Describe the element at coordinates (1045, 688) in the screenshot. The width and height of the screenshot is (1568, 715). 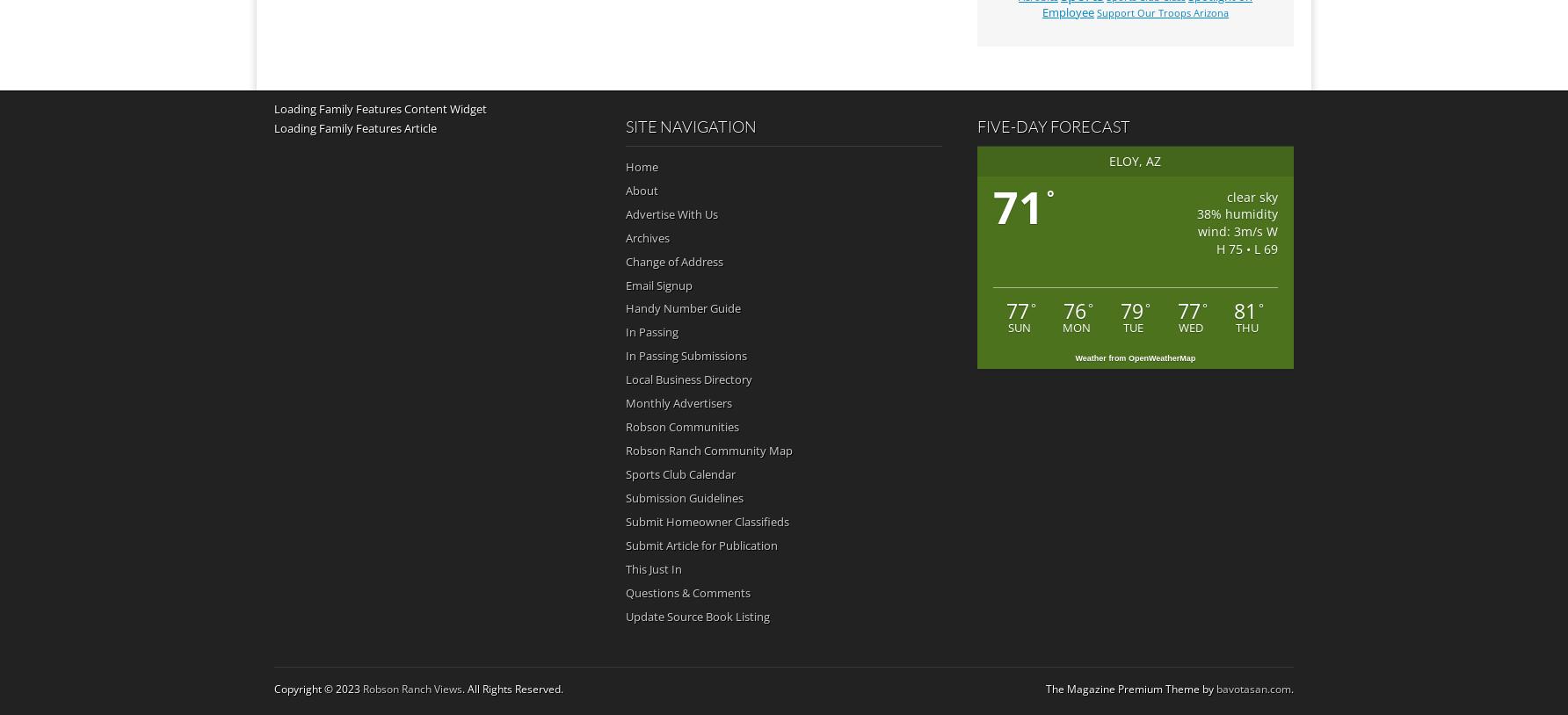
I see `'The Magazine Premium Theme by'` at that location.